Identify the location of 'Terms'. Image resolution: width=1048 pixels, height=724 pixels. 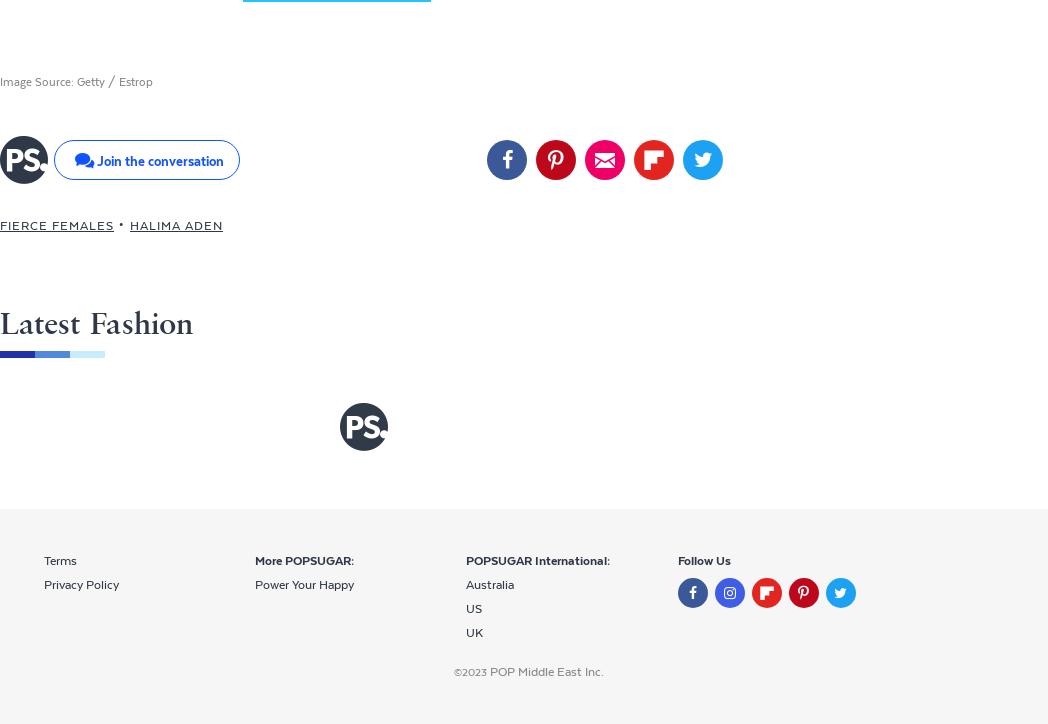
(60, 561).